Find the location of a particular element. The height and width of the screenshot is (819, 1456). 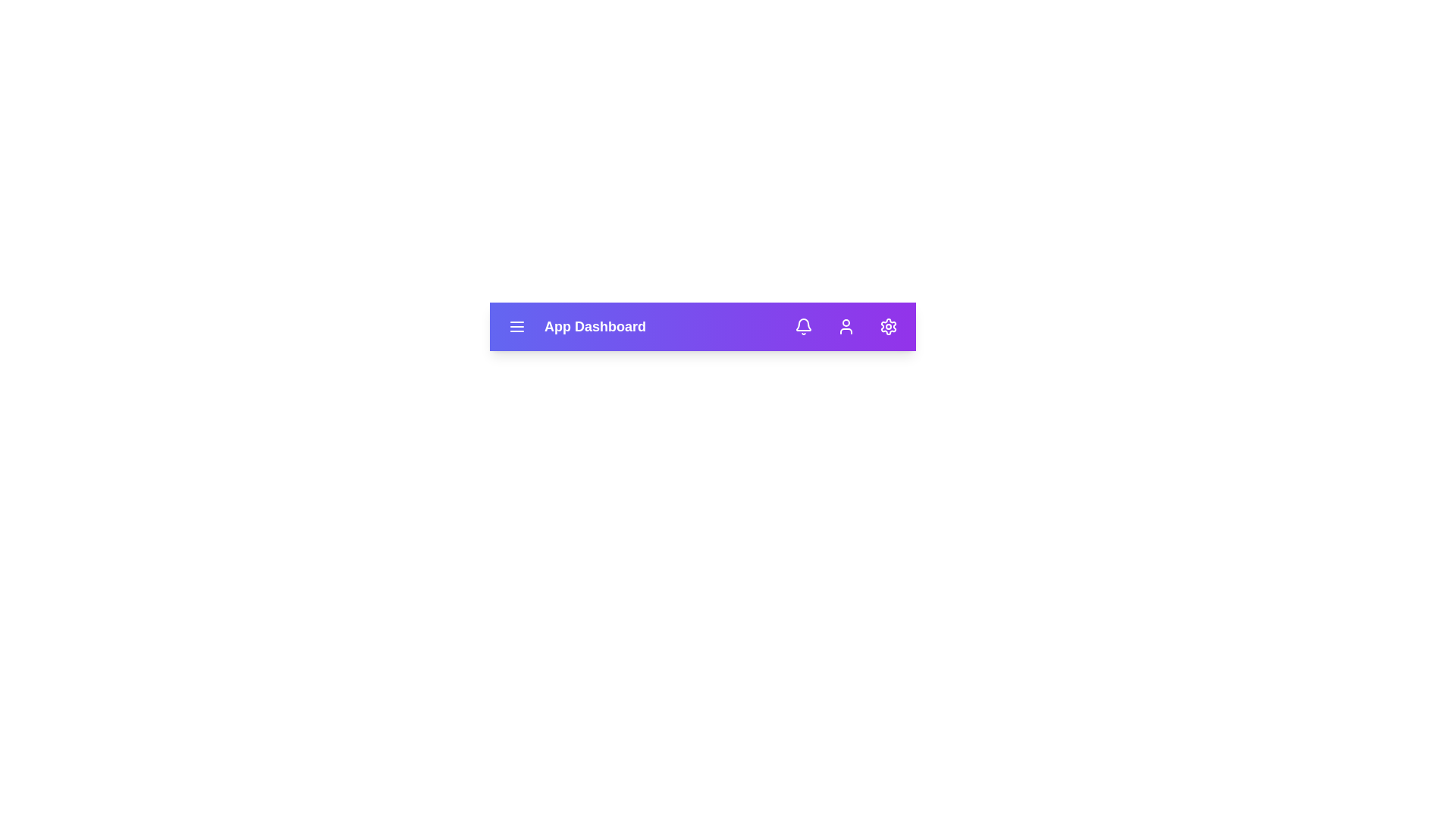

the Notifications button to view alerts is located at coordinates (803, 326).